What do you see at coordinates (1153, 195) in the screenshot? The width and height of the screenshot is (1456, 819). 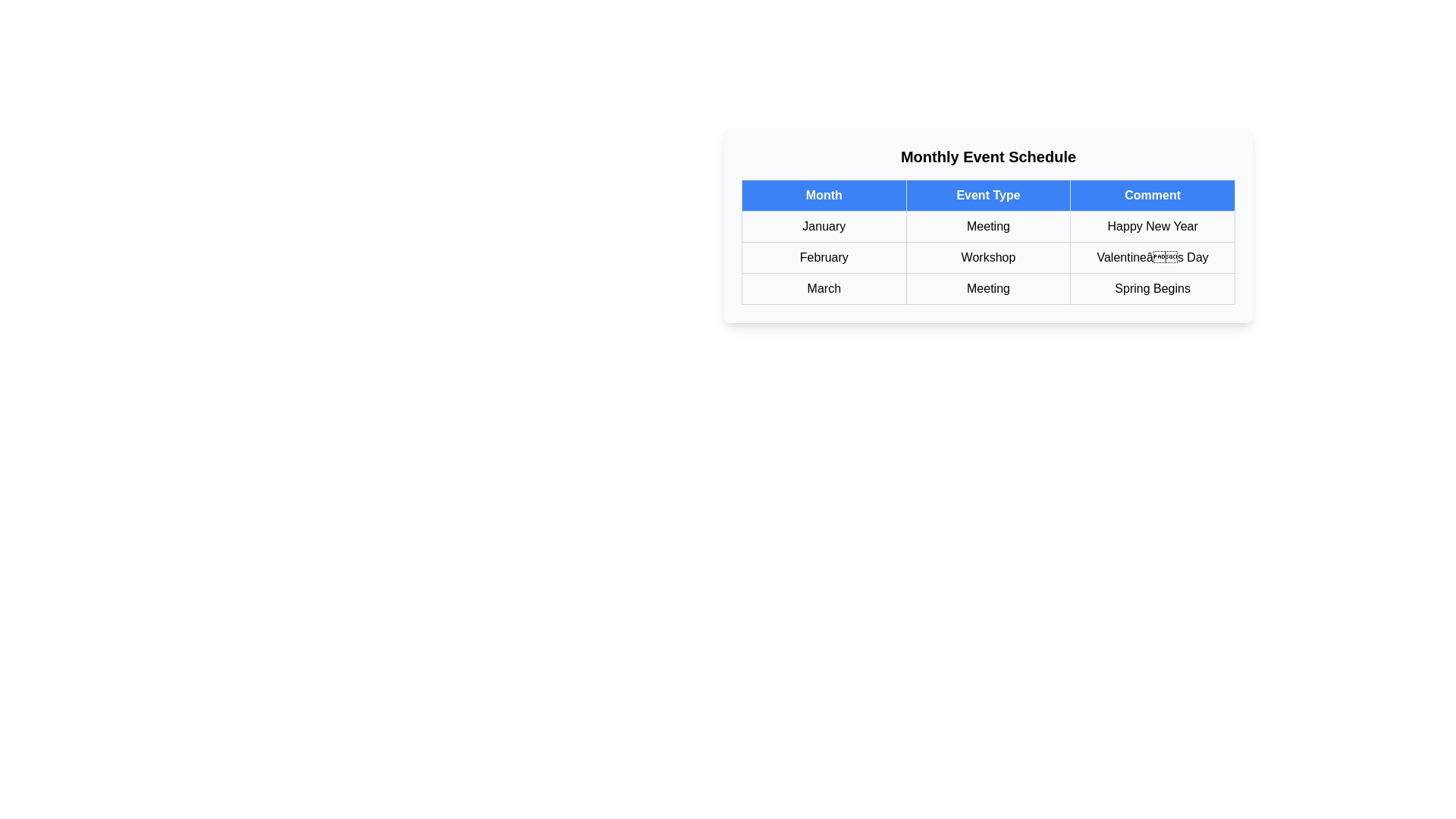 I see `the table header column Comment to sort the table by that column` at bounding box center [1153, 195].